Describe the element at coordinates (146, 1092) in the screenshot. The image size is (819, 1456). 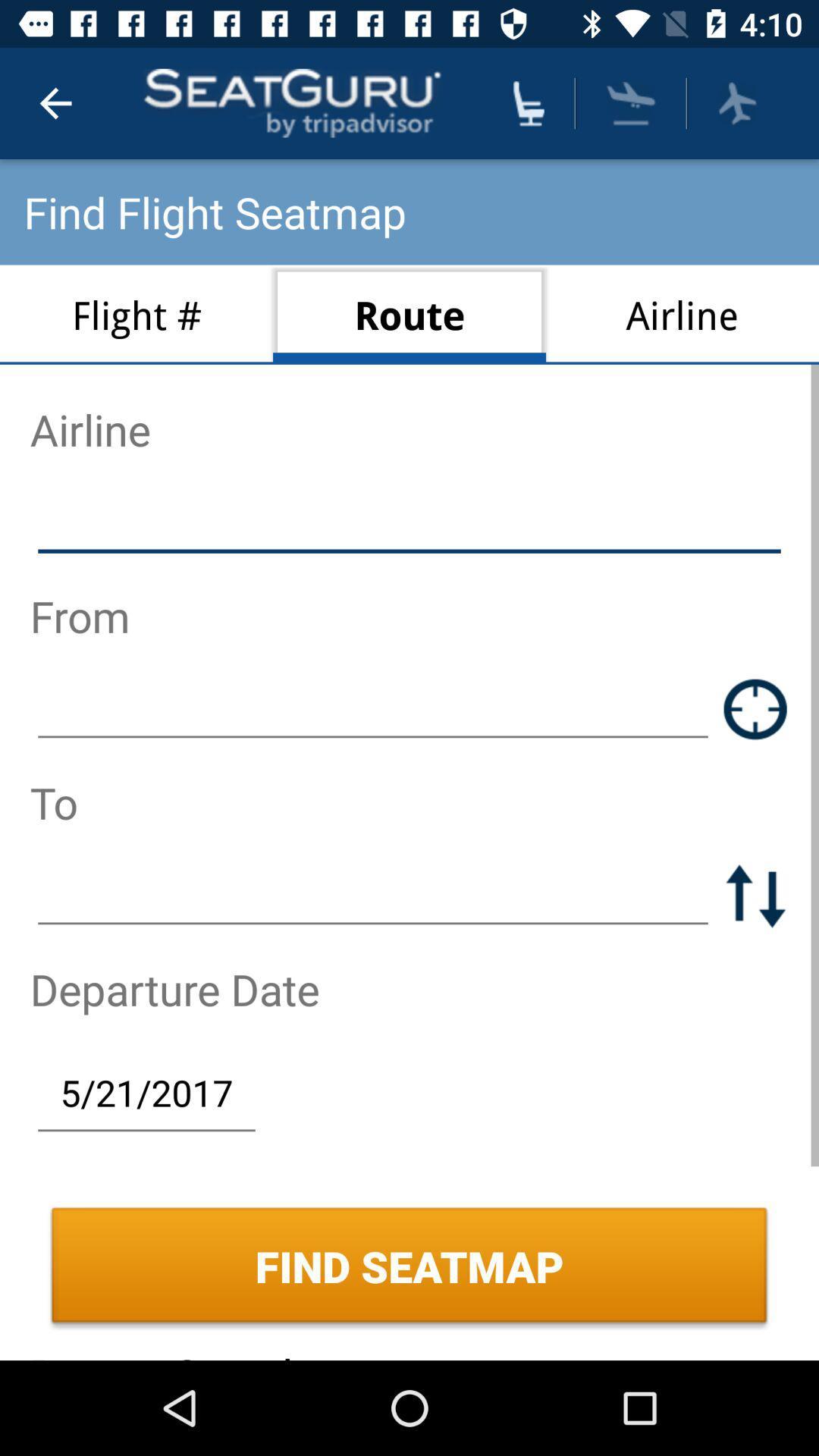
I see `icon below departure date item` at that location.